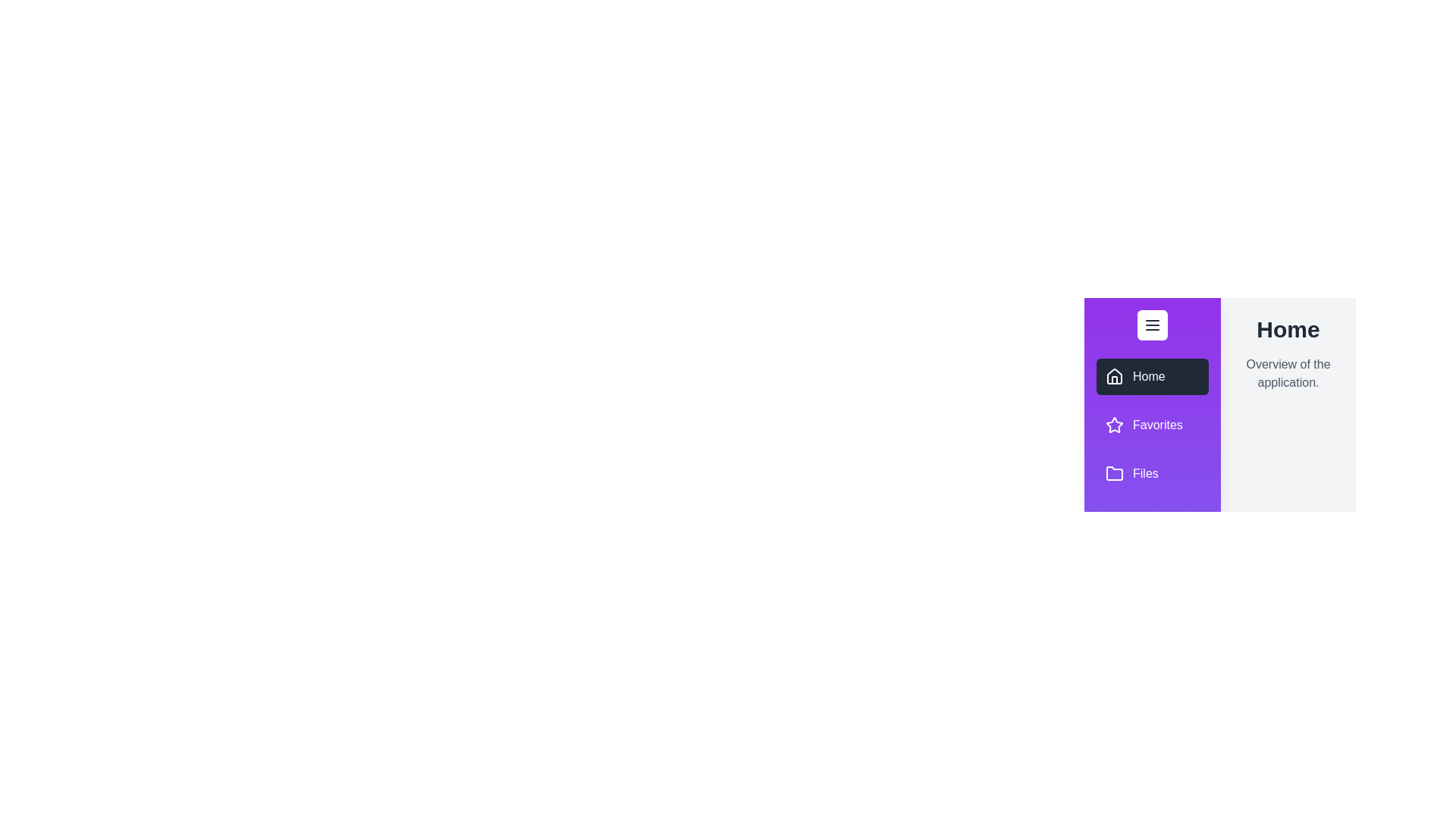  Describe the element at coordinates (1153, 324) in the screenshot. I see `the toggle button to open or close the drawer` at that location.